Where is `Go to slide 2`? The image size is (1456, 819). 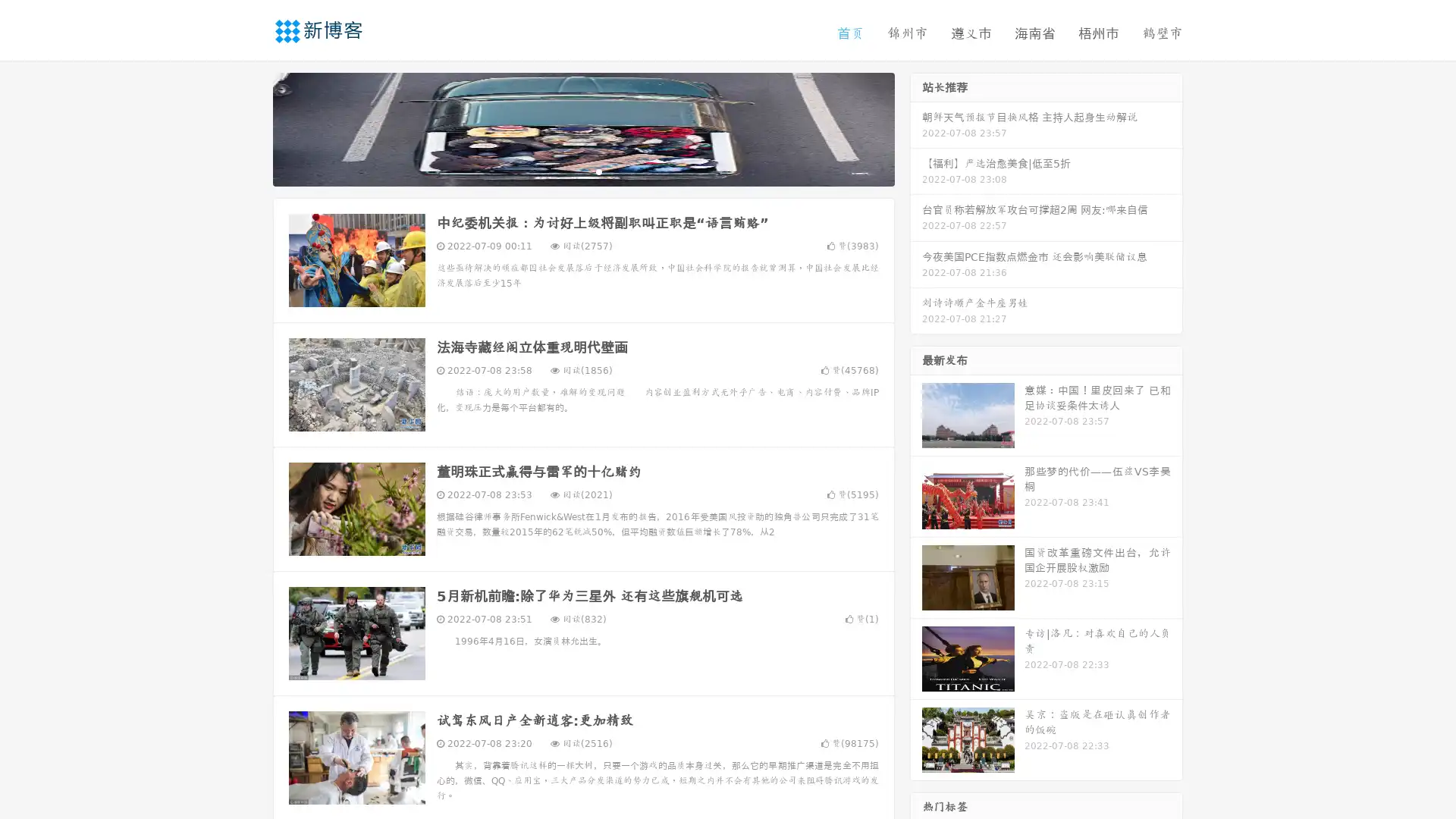
Go to slide 2 is located at coordinates (582, 171).